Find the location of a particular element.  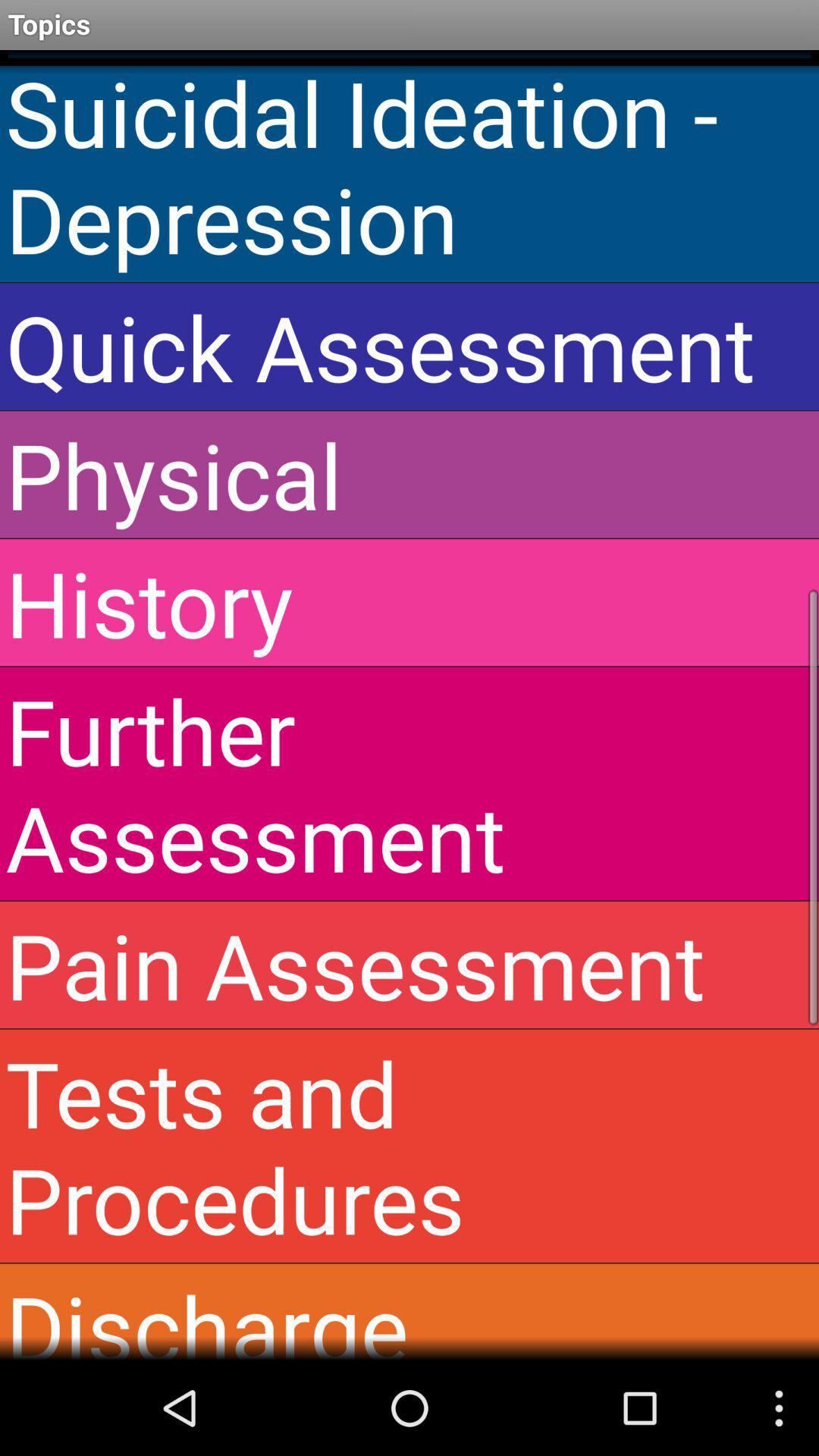

item below the suicidal ideation - depression item is located at coordinates (409, 346).